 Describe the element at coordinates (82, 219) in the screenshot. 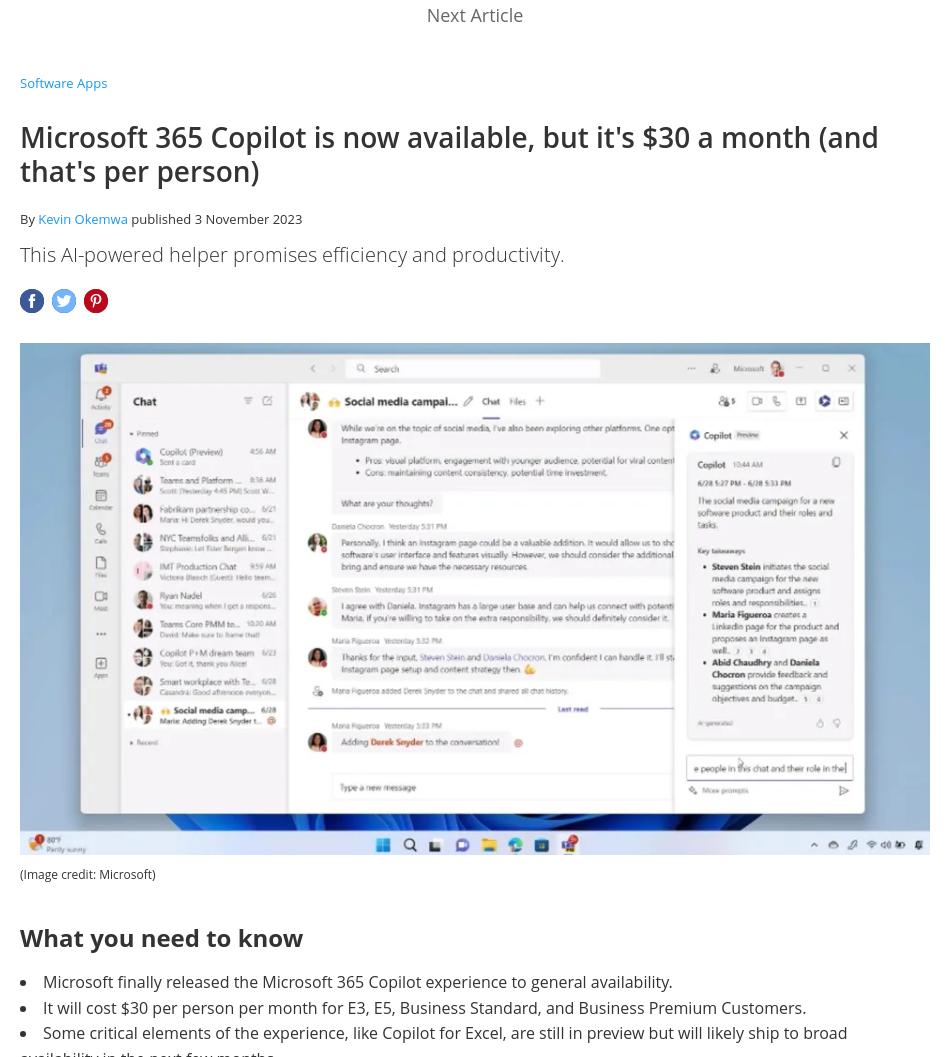

I see `'Kevin Okemwa'` at that location.